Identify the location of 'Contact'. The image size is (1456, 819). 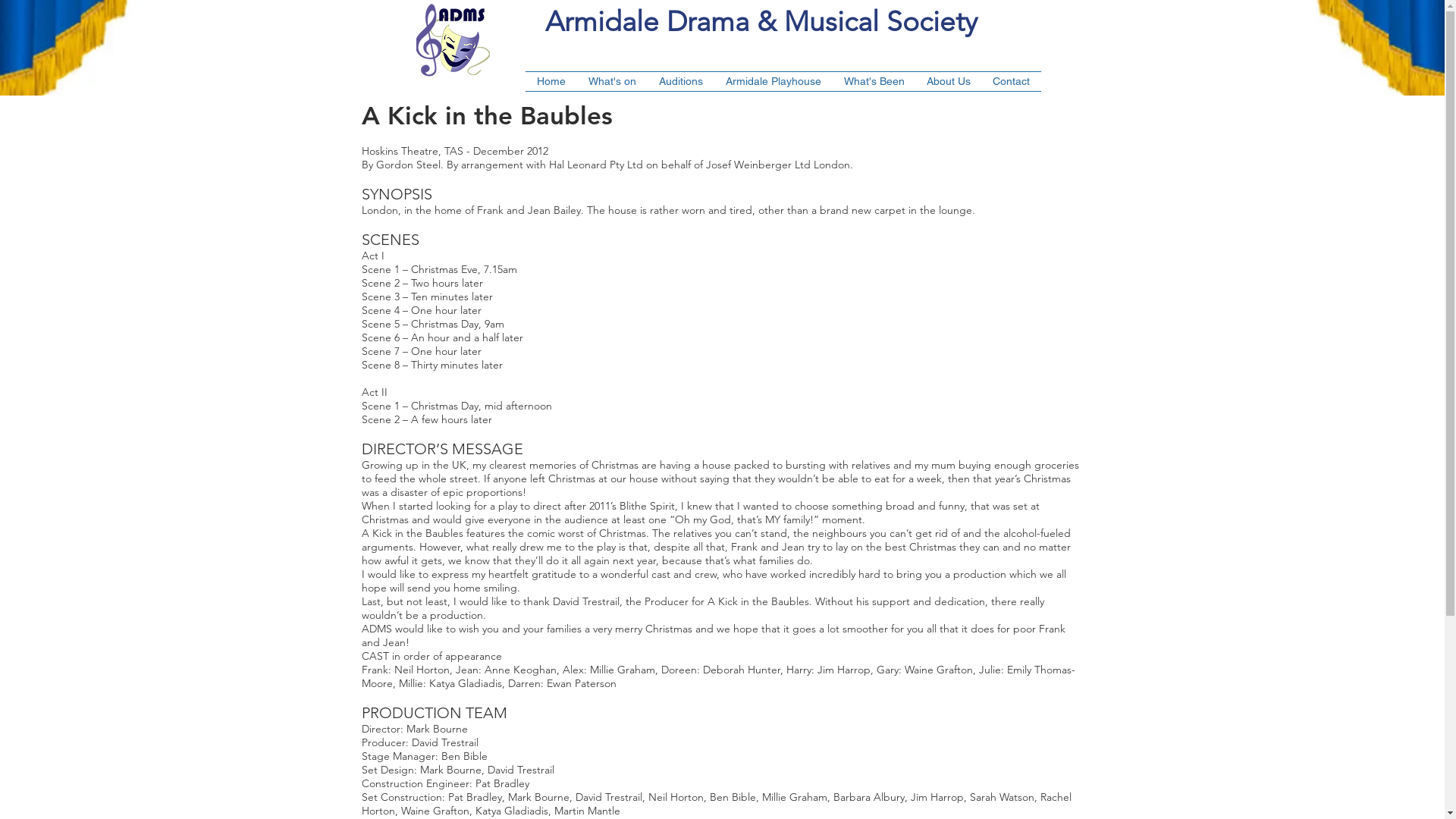
(981, 81).